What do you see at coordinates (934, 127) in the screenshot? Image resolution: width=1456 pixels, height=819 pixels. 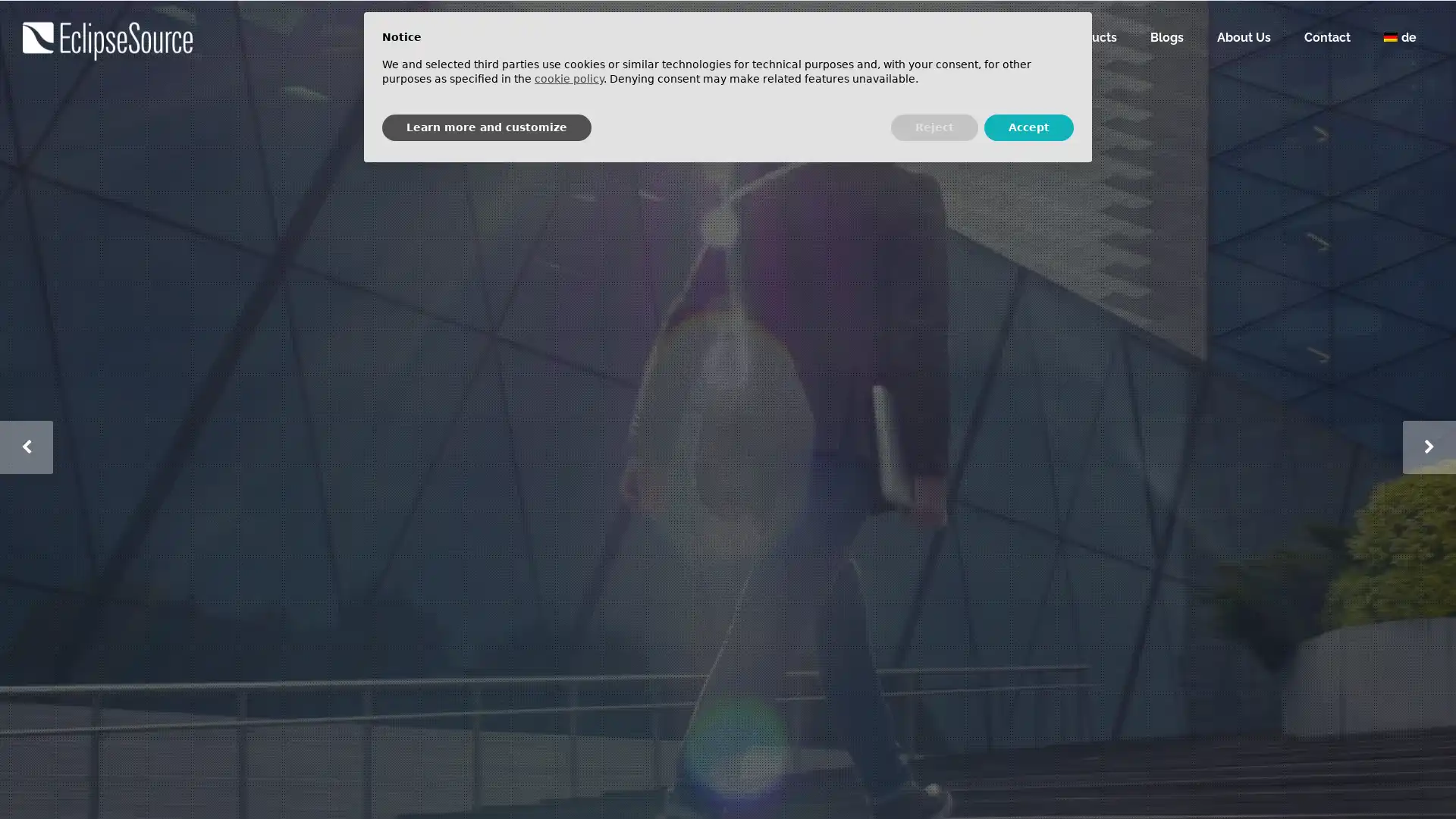 I see `Reject` at bounding box center [934, 127].